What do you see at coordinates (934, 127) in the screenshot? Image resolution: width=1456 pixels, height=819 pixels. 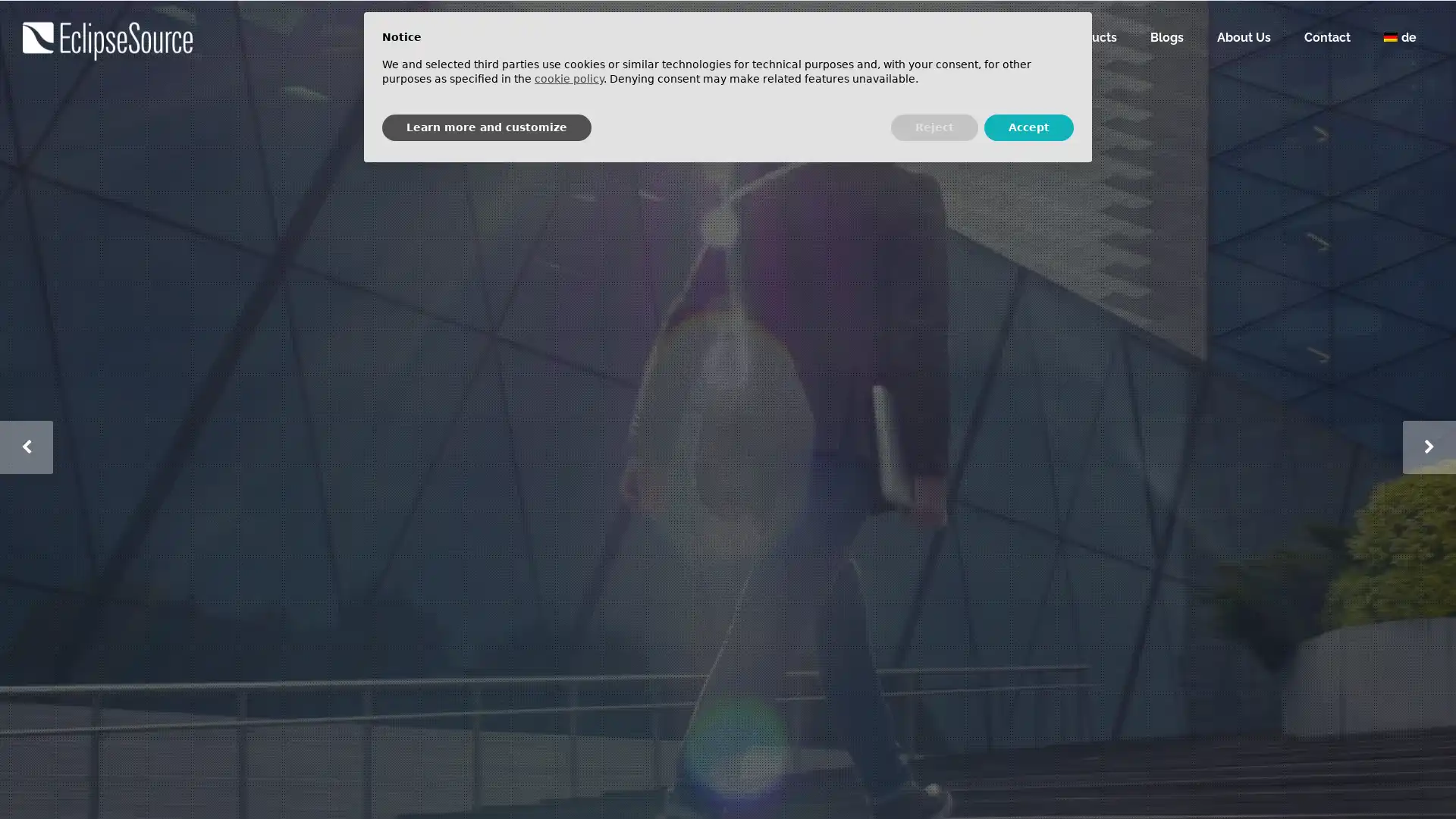 I see `Reject` at bounding box center [934, 127].